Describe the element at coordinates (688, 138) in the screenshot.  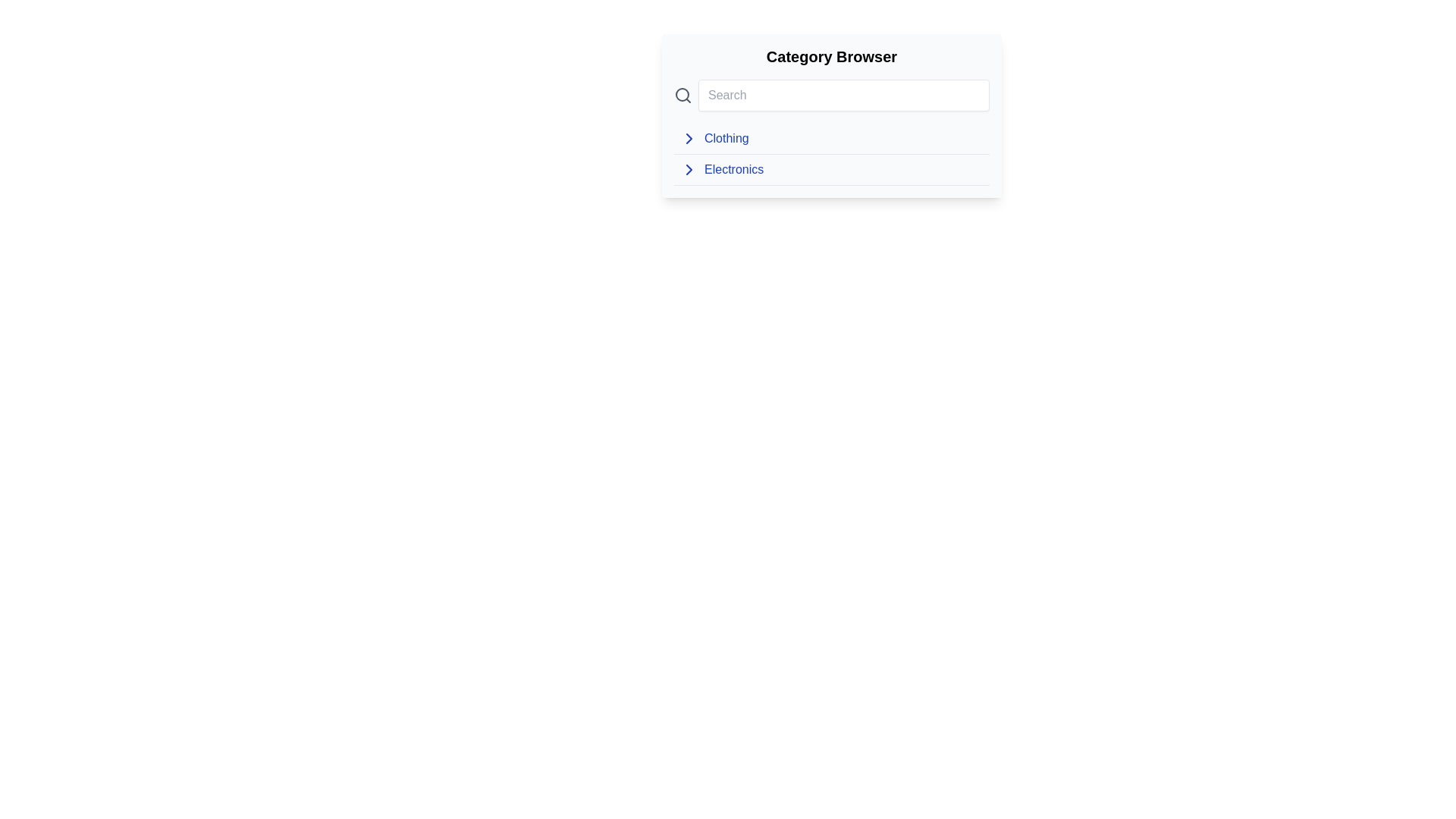
I see `the right-facing chevron icon with a blue stroke adjacent to the text 'Clothing', which indicates navigational functionality` at that location.